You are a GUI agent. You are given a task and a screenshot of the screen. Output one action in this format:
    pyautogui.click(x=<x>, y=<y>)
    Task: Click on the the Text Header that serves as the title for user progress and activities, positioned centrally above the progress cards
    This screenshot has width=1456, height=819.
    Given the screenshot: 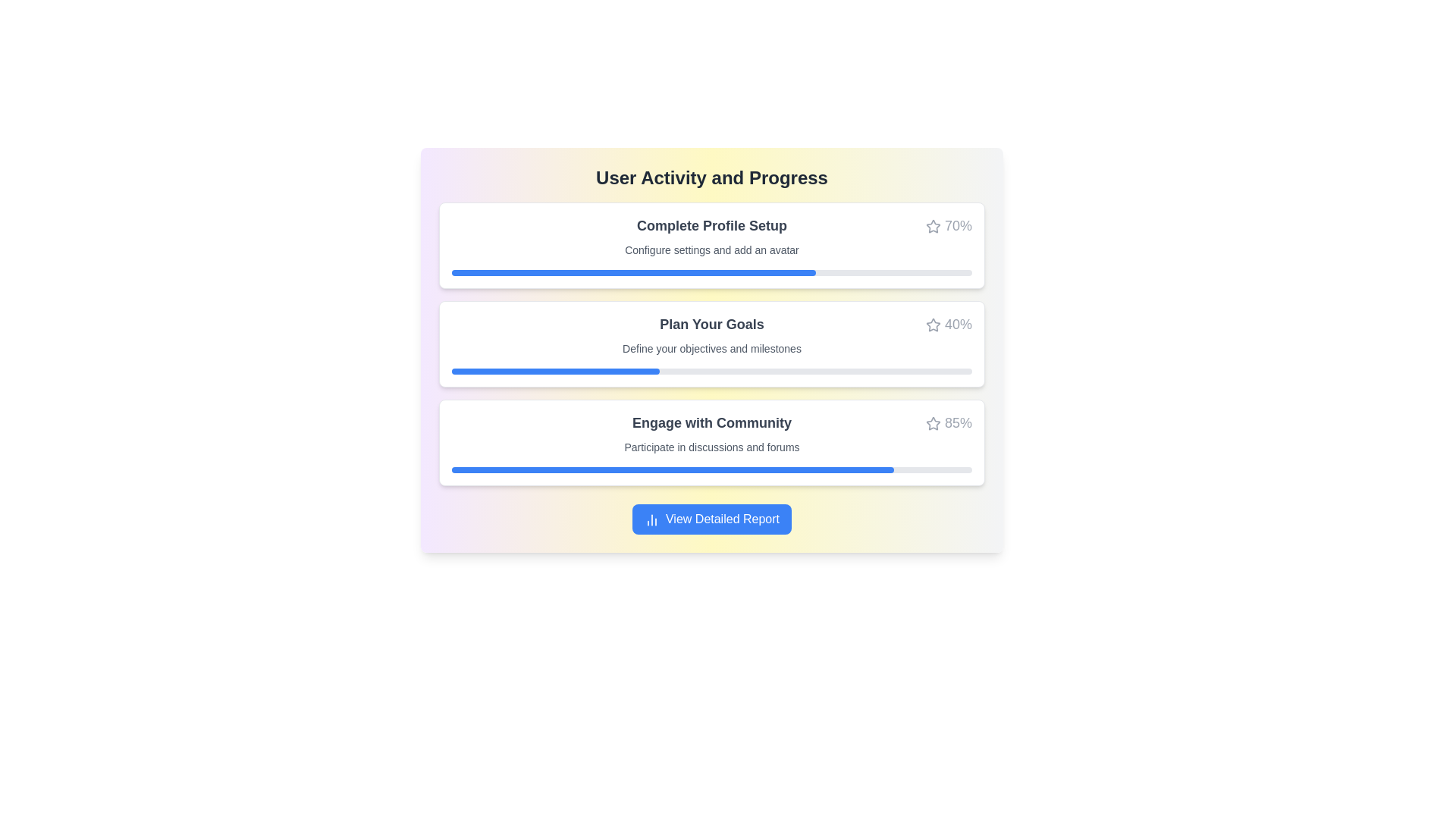 What is the action you would take?
    pyautogui.click(x=711, y=177)
    